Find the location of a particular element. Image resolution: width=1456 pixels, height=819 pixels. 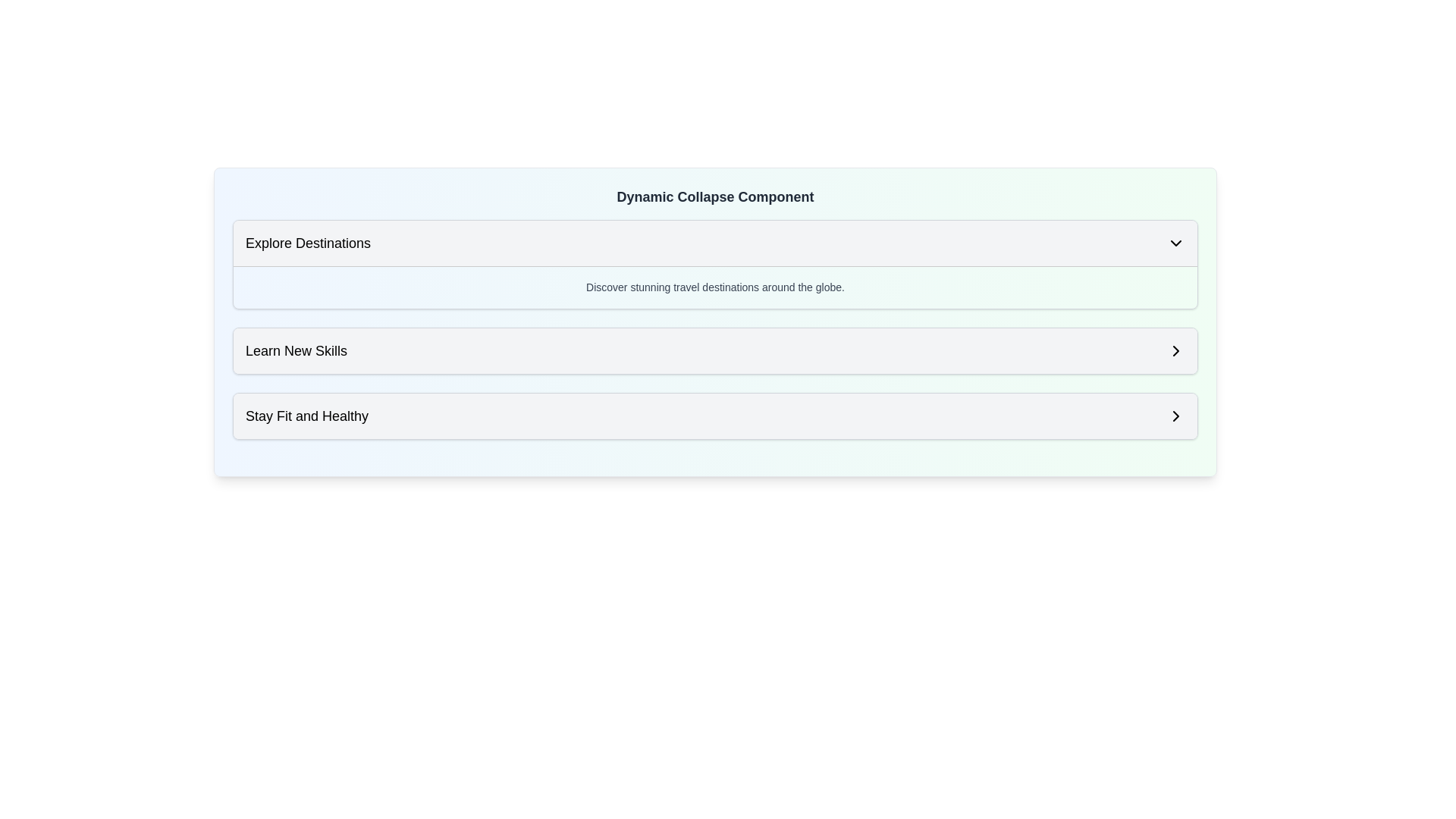

the chevron icon located on the right side of the 'Stay Fit and Healthy' section is located at coordinates (1175, 416).